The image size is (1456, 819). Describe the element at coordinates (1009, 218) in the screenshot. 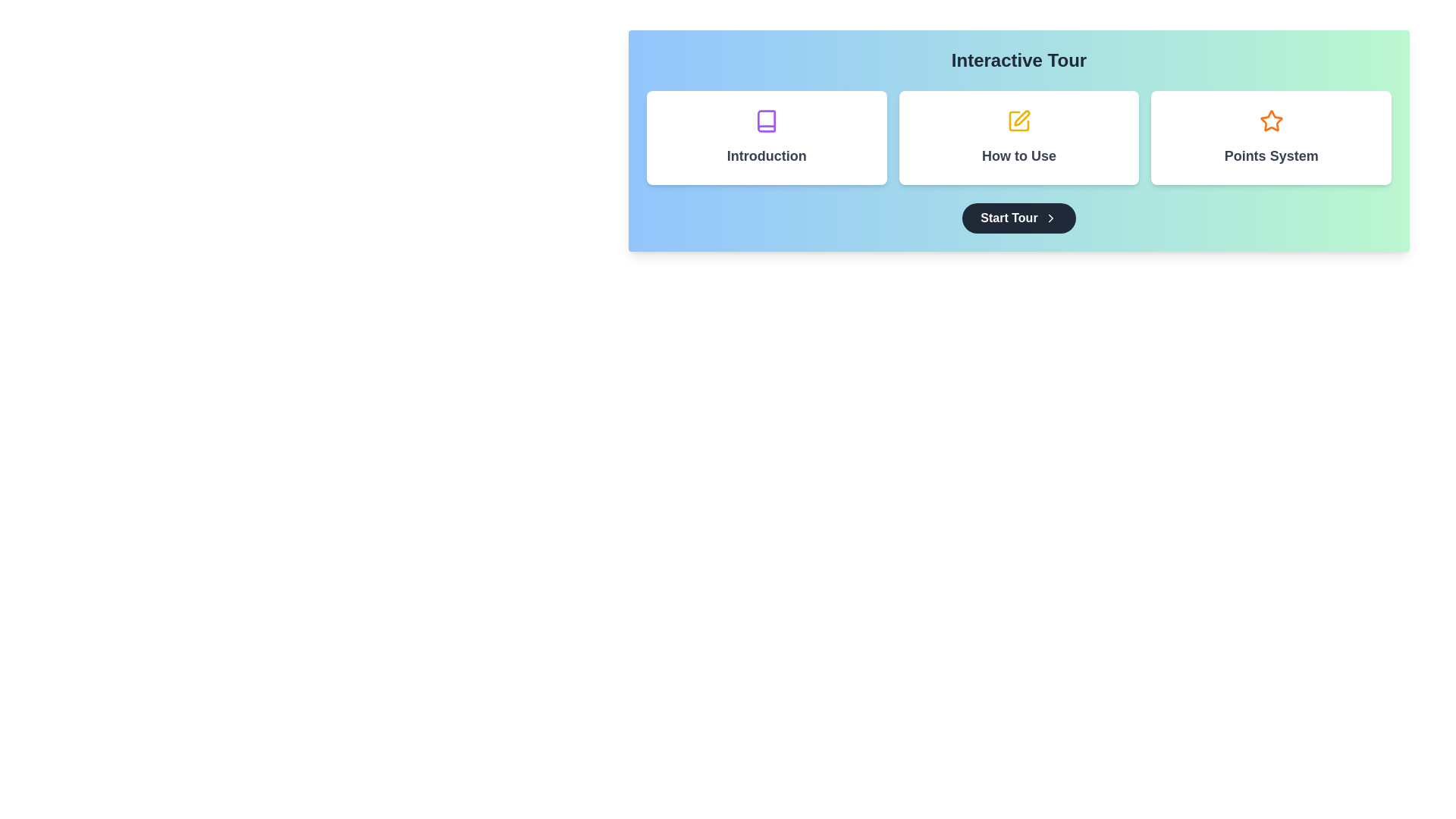

I see `the 'Start Tour' text label, which is displayed in white on a dark background and is centered within the button below the main tiles of the 'Interactive Tour' component, to initiate the tour` at that location.